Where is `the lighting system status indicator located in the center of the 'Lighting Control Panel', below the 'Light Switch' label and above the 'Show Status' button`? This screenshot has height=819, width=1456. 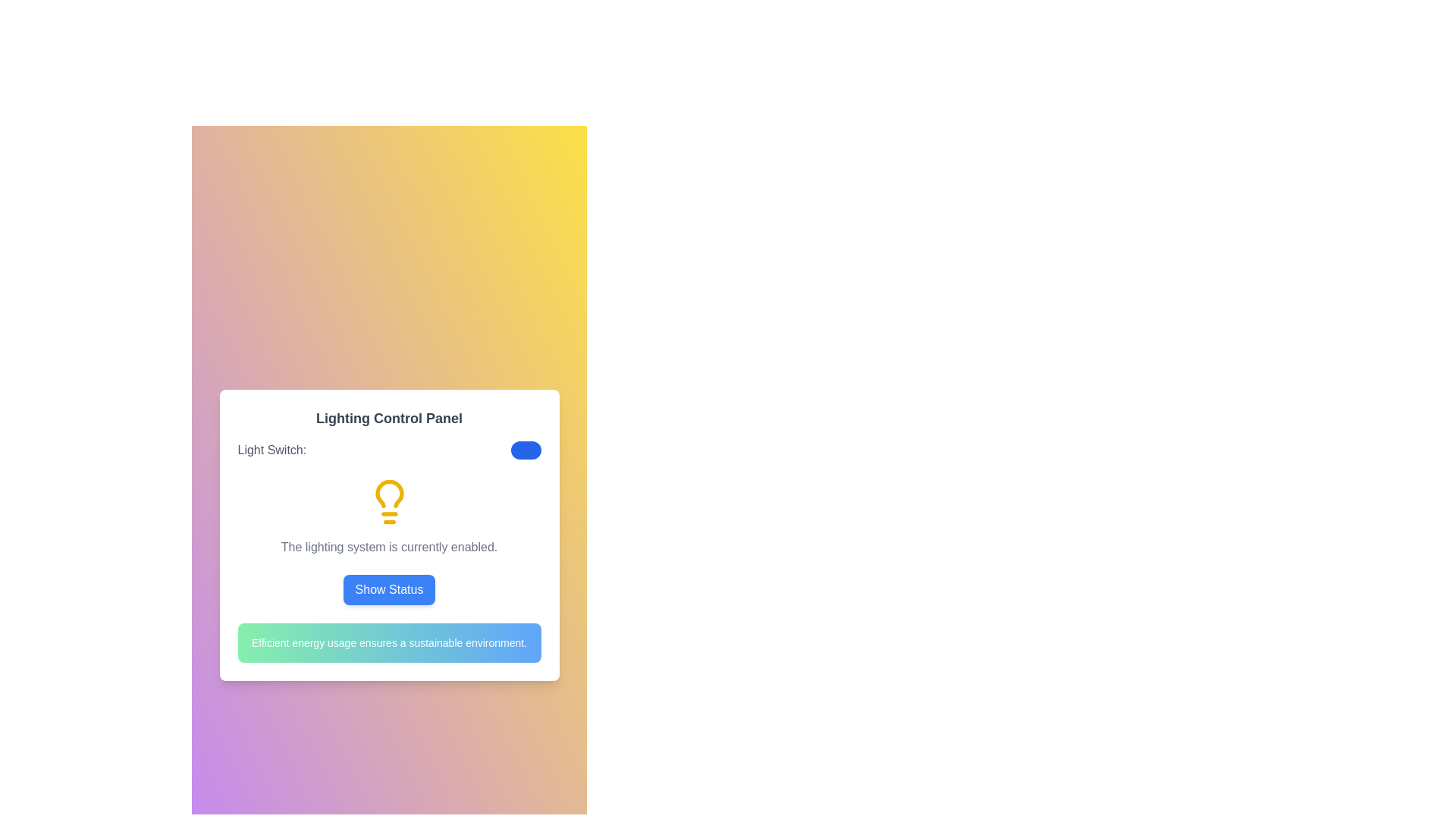 the lighting system status indicator located in the center of the 'Lighting Control Panel', below the 'Light Switch' label and above the 'Show Status' button is located at coordinates (389, 516).